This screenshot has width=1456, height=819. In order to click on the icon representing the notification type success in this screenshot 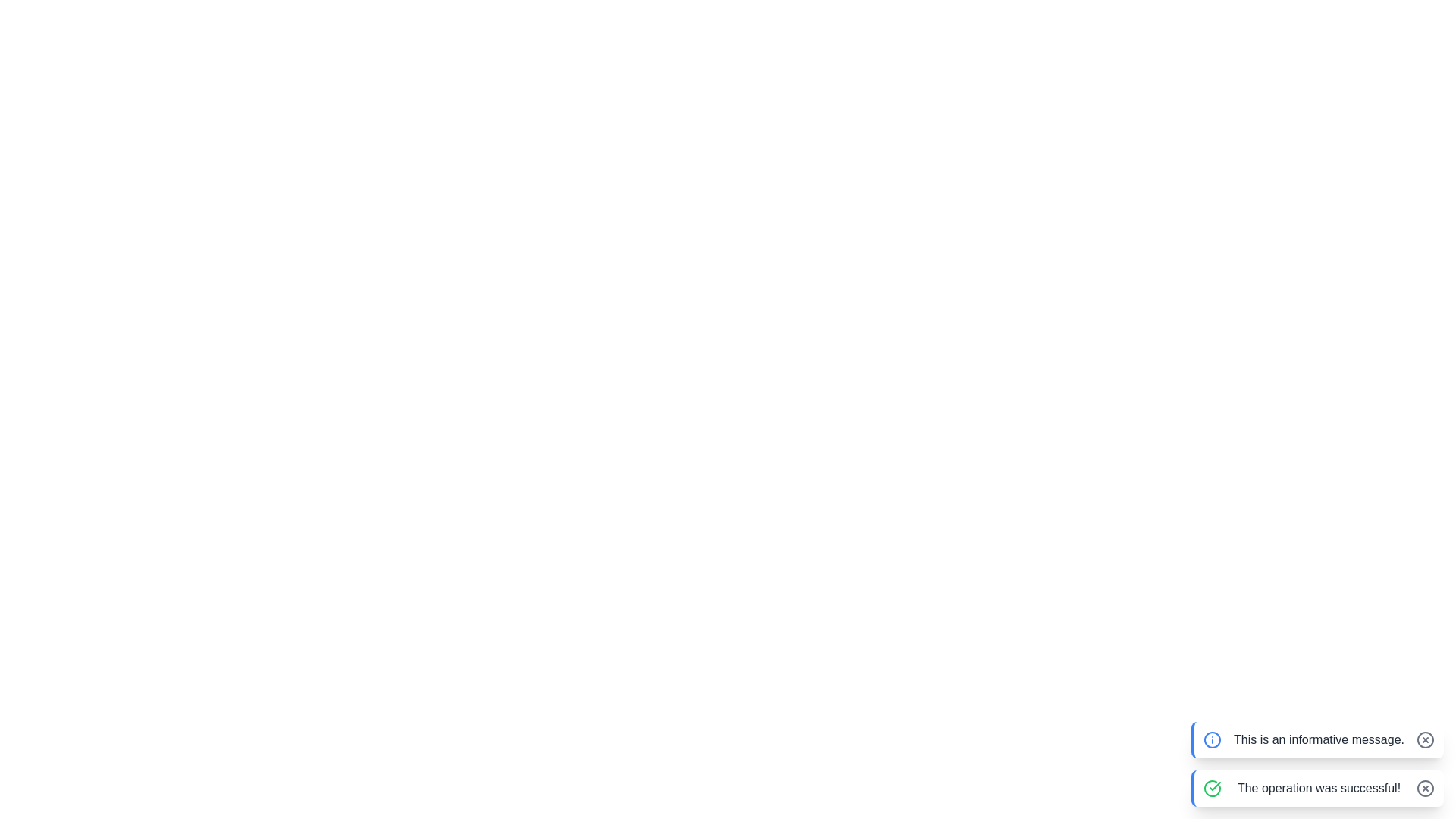, I will do `click(1211, 788)`.